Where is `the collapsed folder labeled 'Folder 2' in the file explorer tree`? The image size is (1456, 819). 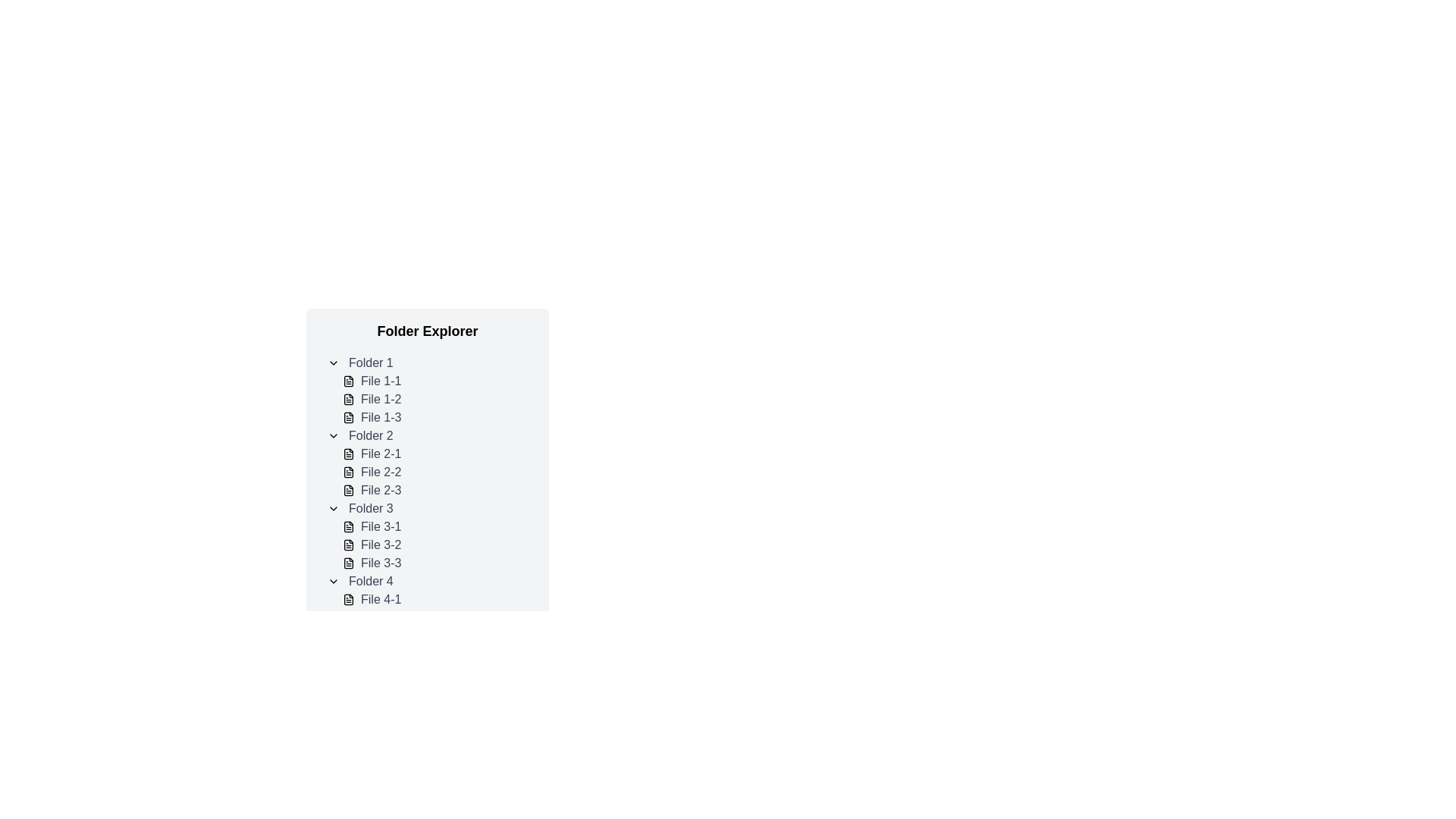 the collapsed folder labeled 'Folder 2' in the file explorer tree is located at coordinates (427, 462).